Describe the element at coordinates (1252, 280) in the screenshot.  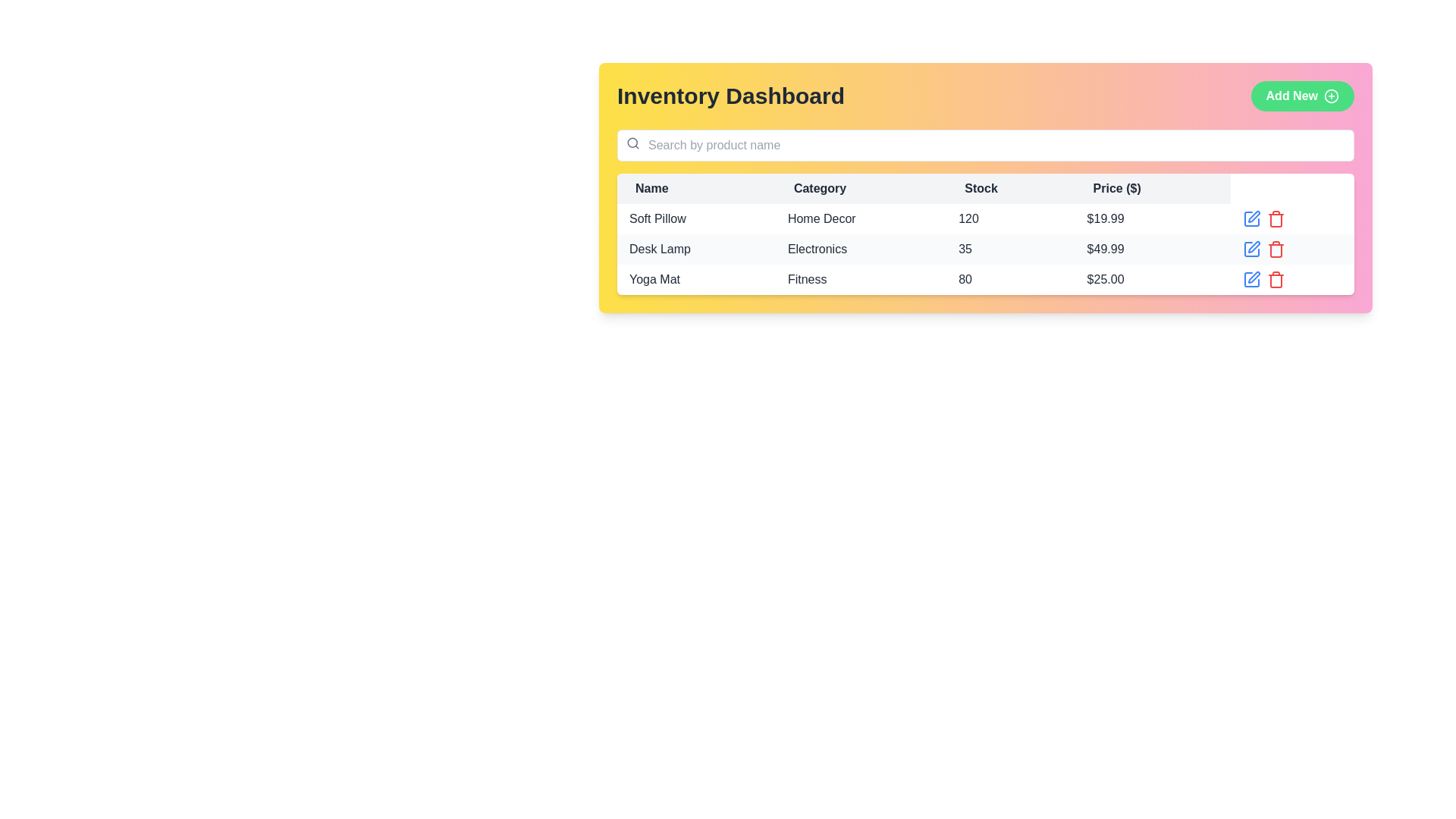
I see `the pen icon located in the last row of the table, near the 'Yoga Mat' row and adjacent to the trash bin icon` at that location.